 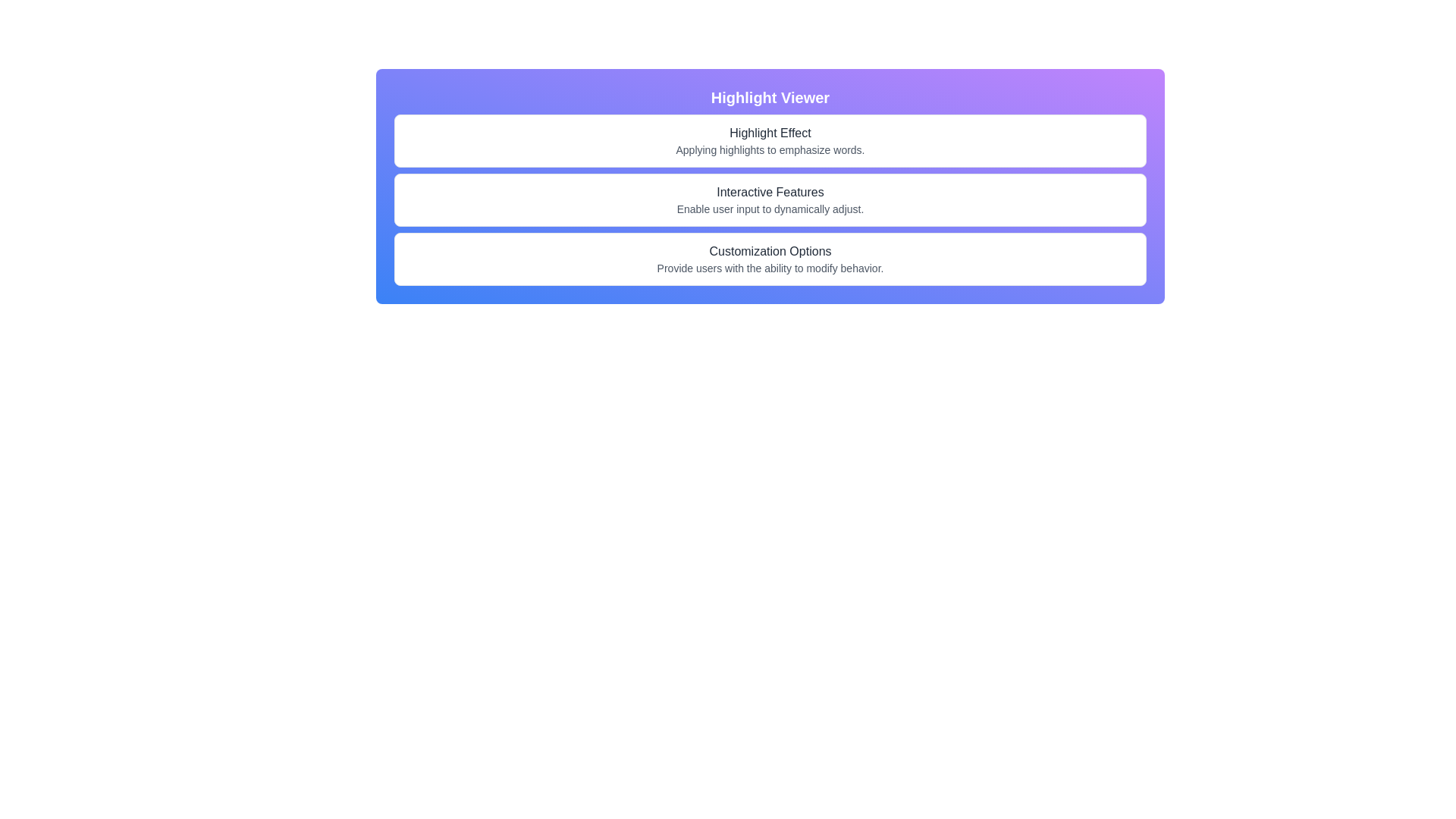 I want to click on the last 'e' in the word 'Features' in the 'Interactive Features' text displayed in the second section of the interface, so click(x=786, y=191).